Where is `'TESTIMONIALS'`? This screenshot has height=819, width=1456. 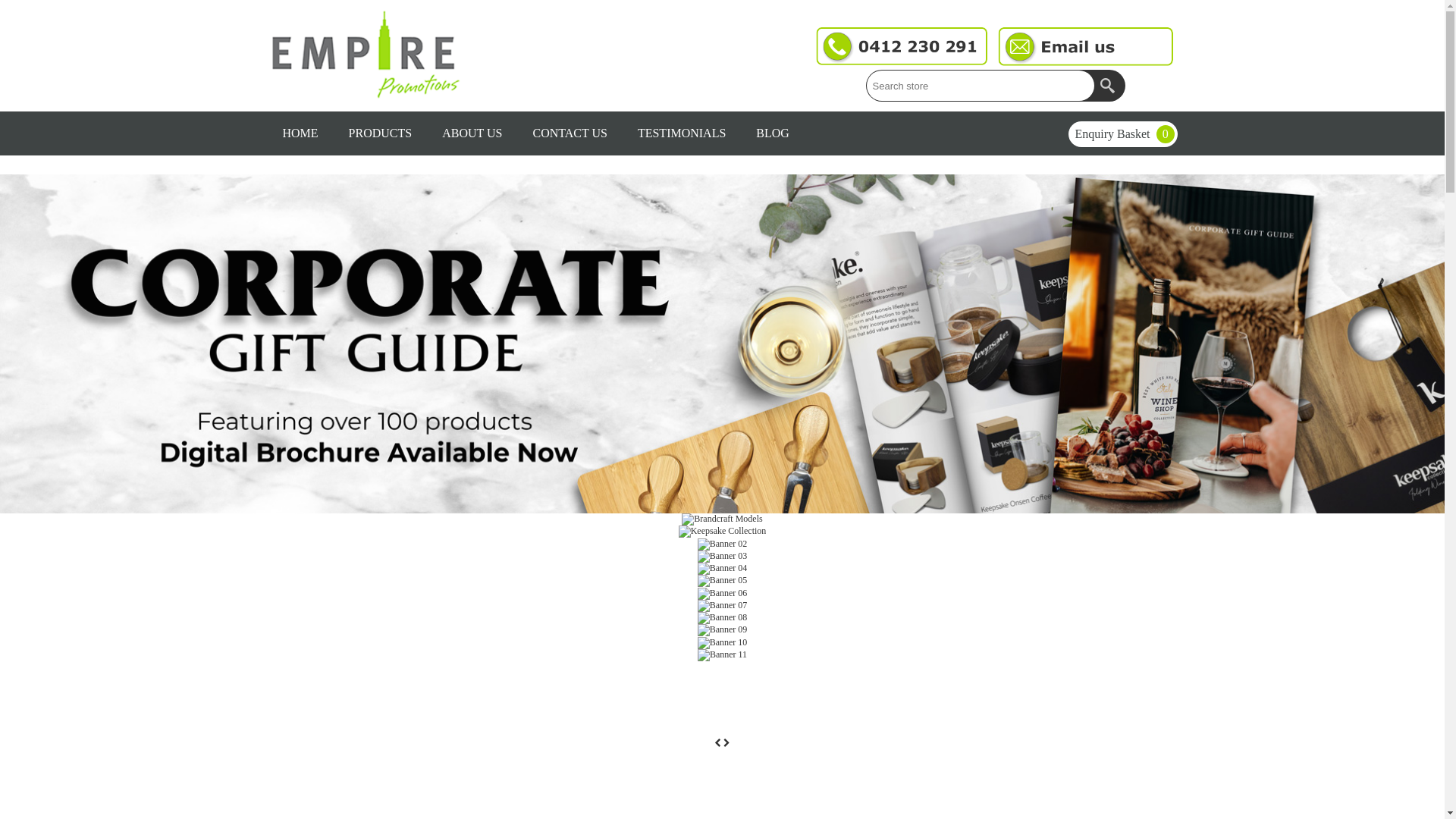
'TESTIMONIALS' is located at coordinates (680, 133).